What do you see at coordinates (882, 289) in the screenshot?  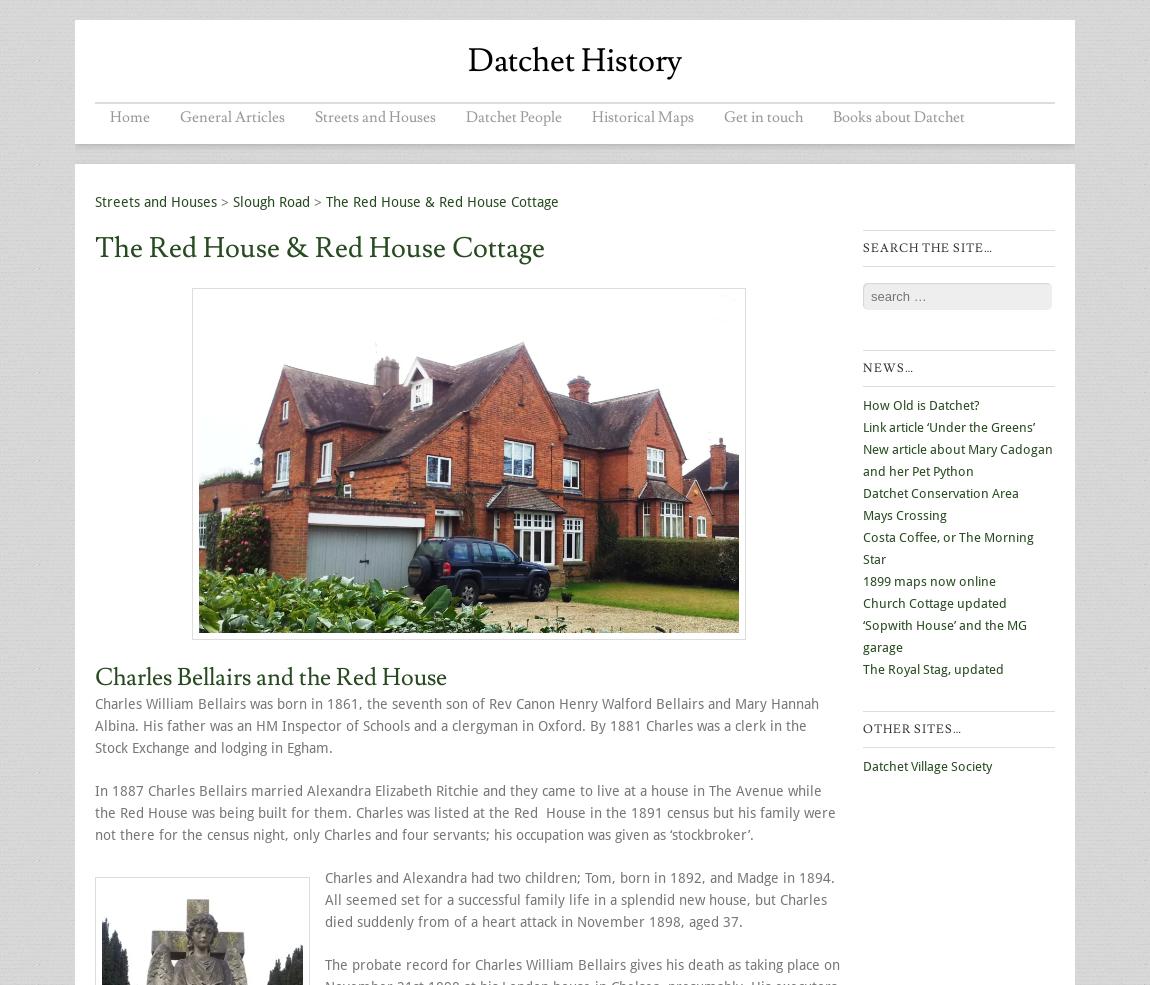 I see `'Search'` at bounding box center [882, 289].